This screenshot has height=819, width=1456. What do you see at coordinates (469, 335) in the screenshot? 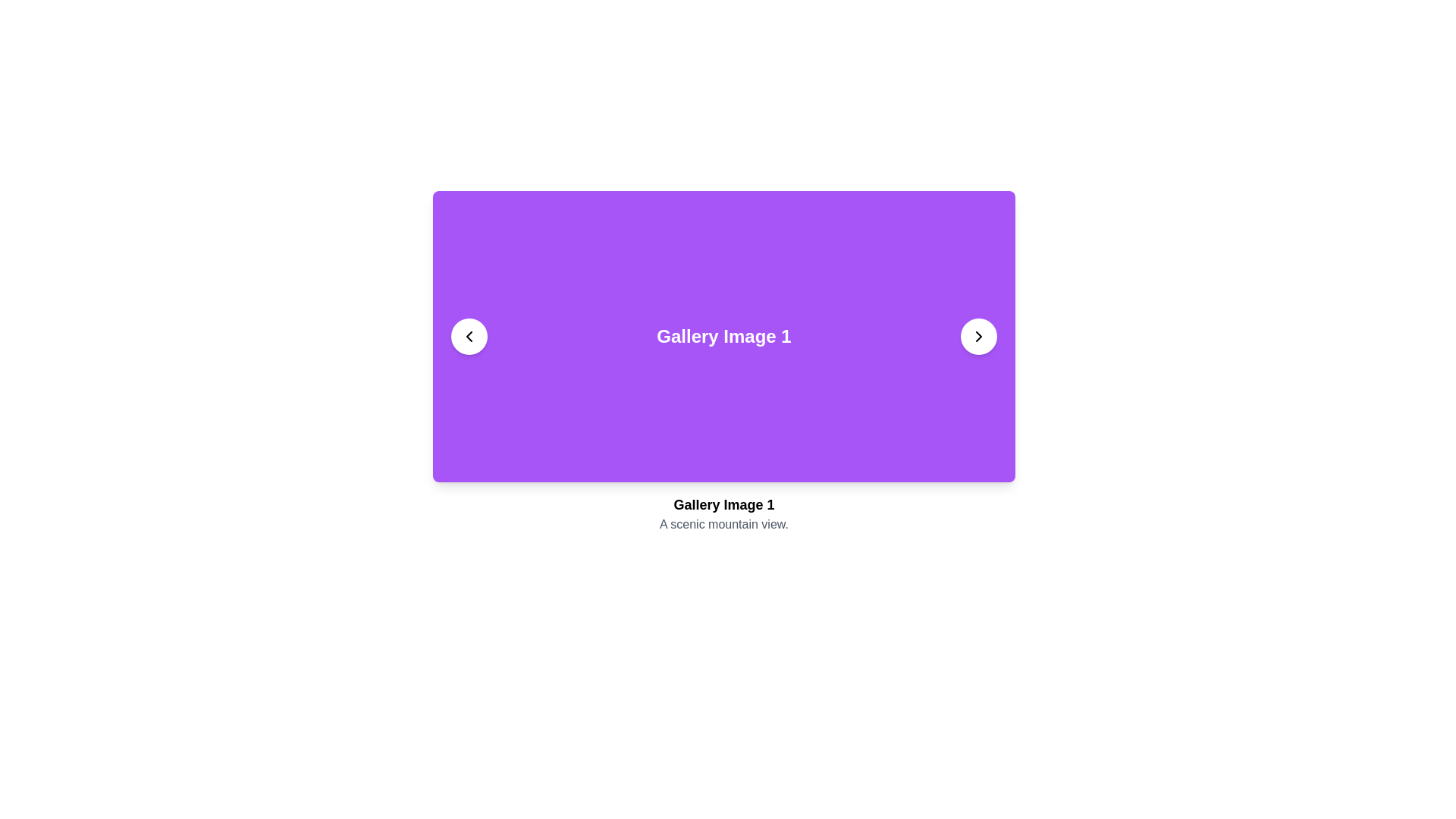
I see `the left-pointing chevron arrow within the circular button` at bounding box center [469, 335].